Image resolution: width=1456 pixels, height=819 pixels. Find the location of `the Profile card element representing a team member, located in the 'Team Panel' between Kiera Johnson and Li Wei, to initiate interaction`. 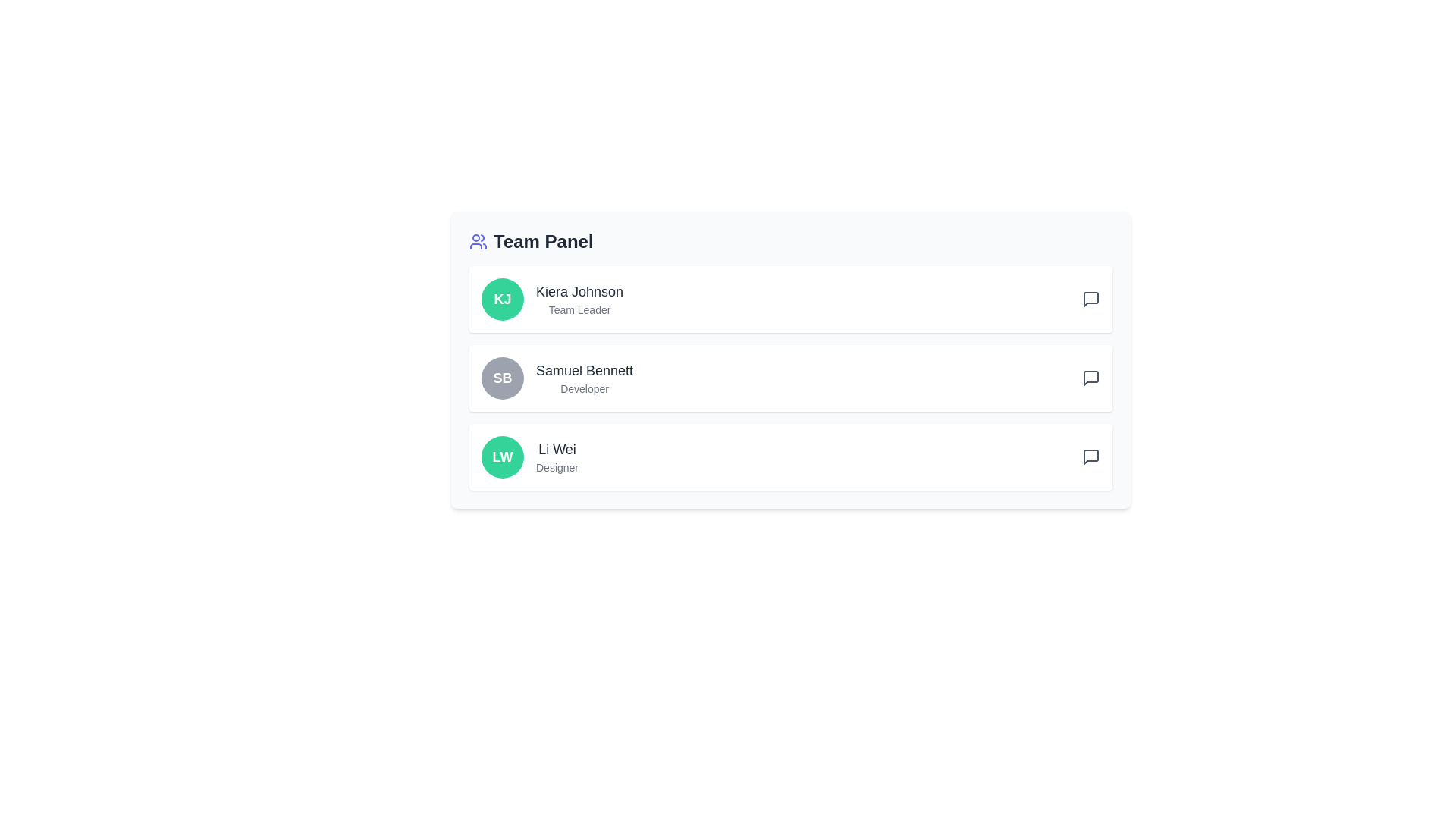

the Profile card element representing a team member, located in the 'Team Panel' between Kiera Johnson and Li Wei, to initiate interaction is located at coordinates (789, 377).